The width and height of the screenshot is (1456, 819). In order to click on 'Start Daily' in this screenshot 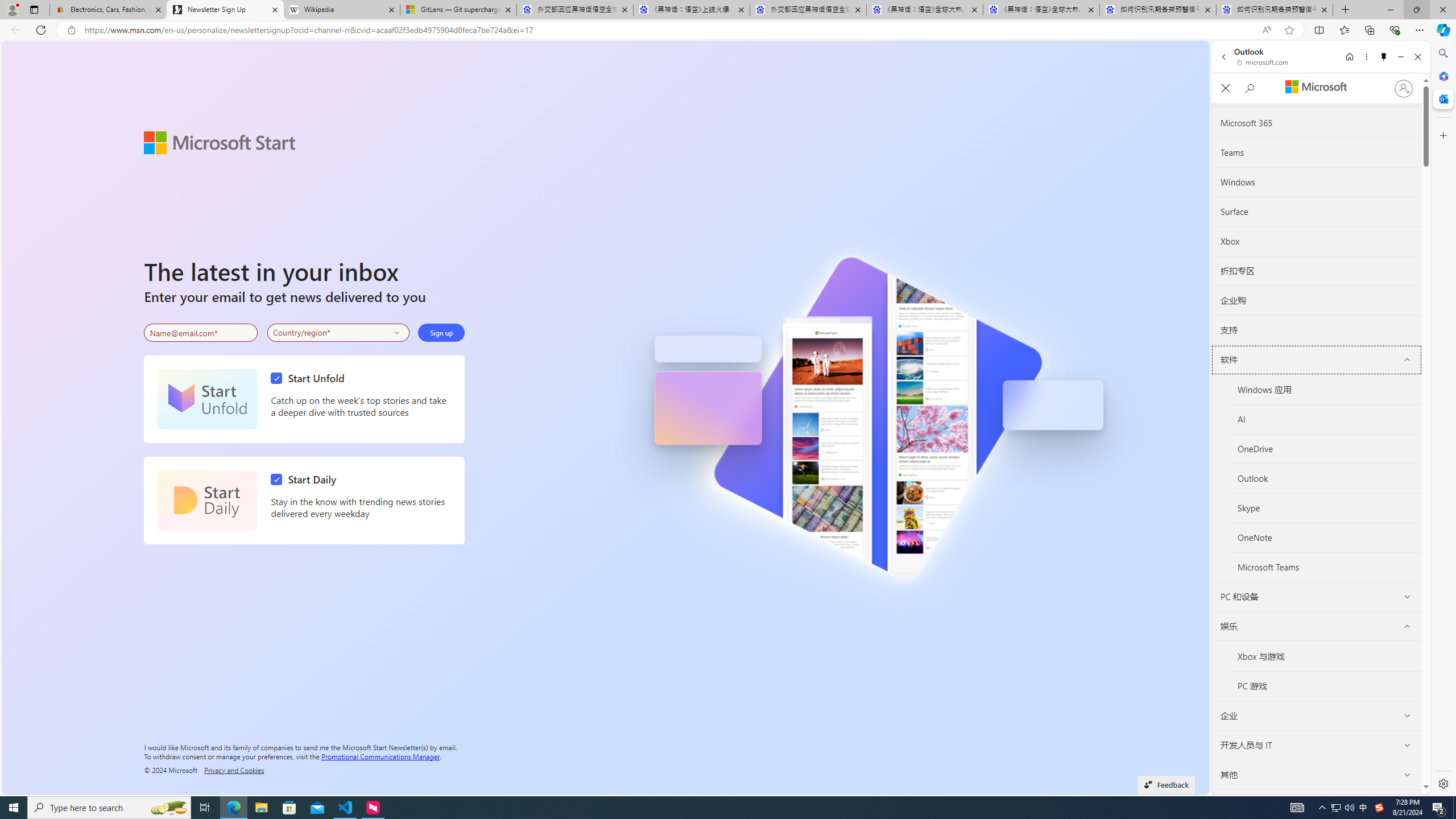, I will do `click(206, 500)`.